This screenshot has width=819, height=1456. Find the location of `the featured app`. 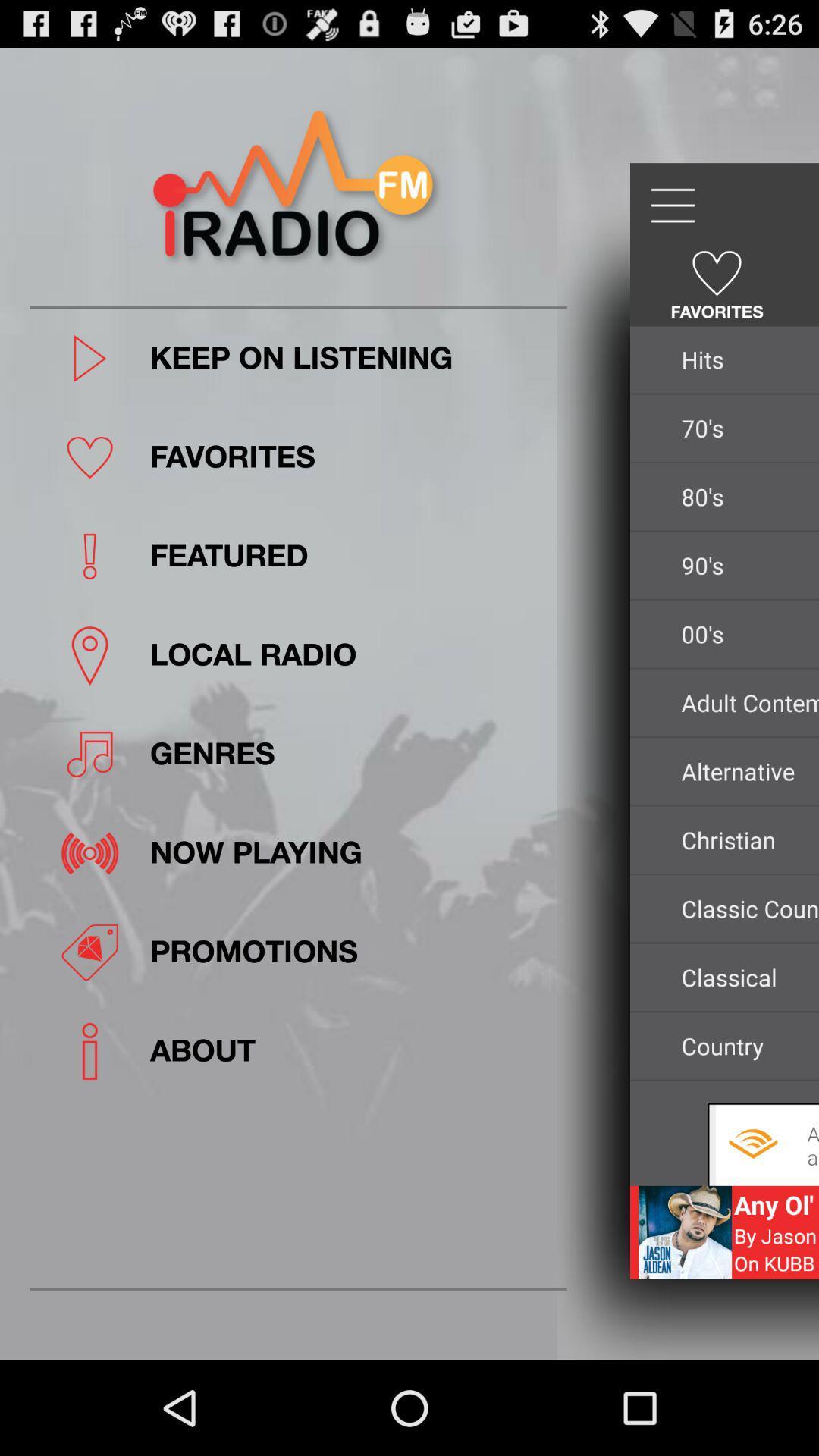

the featured app is located at coordinates (353, 555).